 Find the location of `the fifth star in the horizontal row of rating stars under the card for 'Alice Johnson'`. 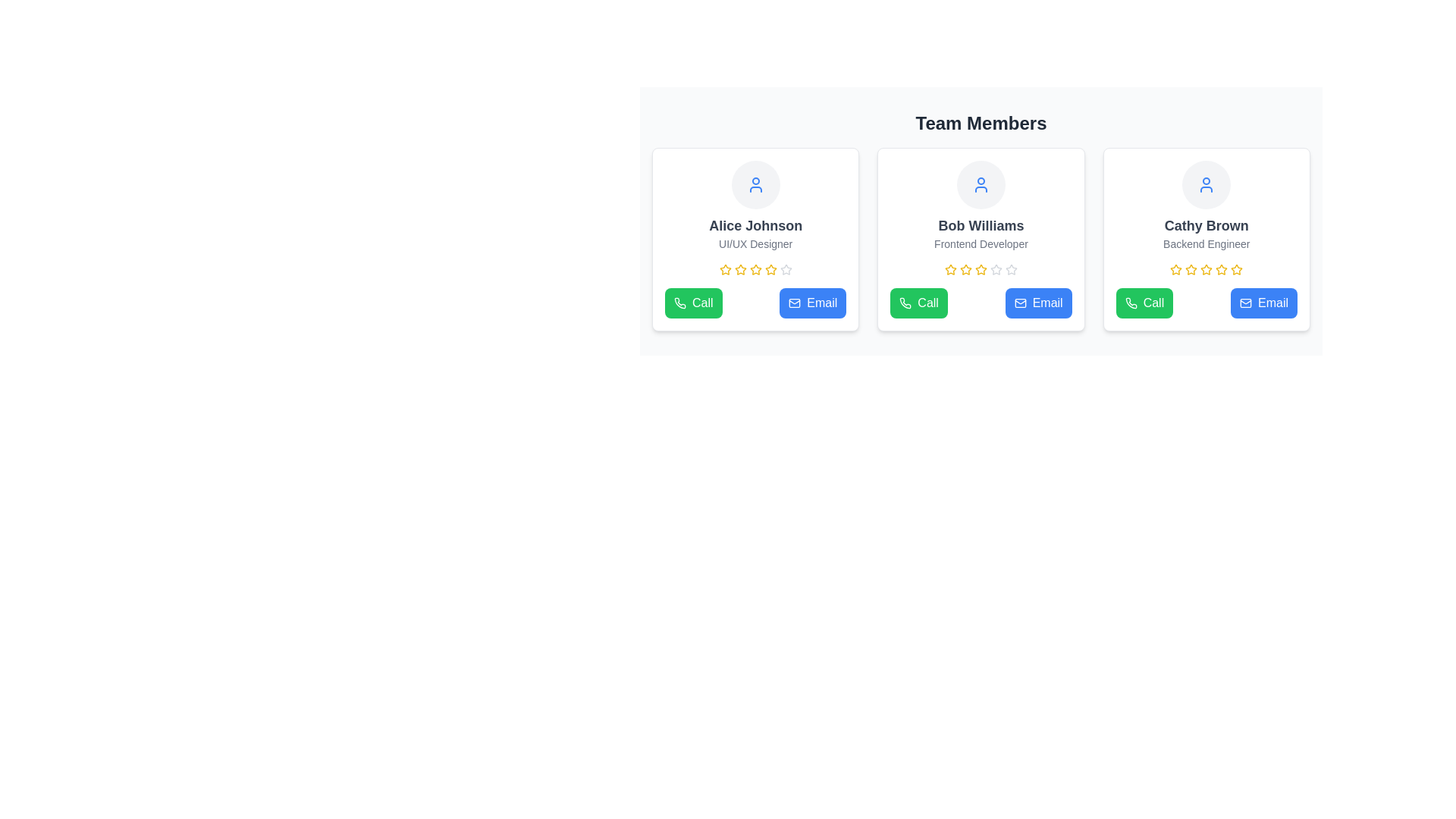

the fifth star in the horizontal row of rating stars under the card for 'Alice Johnson' is located at coordinates (786, 268).